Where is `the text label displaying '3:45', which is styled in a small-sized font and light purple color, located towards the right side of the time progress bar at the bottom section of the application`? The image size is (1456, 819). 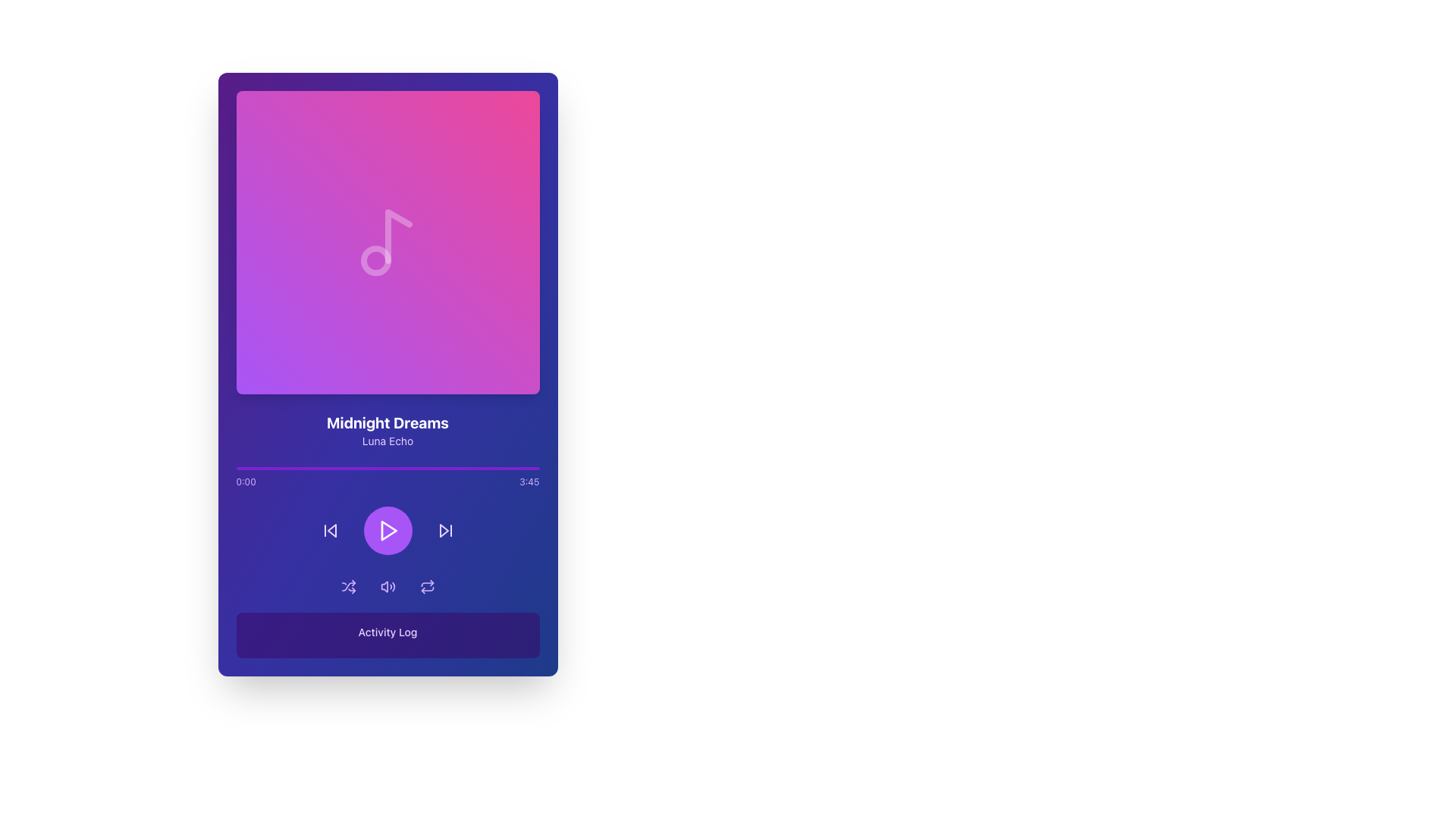
the text label displaying '3:45', which is styled in a small-sized font and light purple color, located towards the right side of the time progress bar at the bottom section of the application is located at coordinates (529, 482).